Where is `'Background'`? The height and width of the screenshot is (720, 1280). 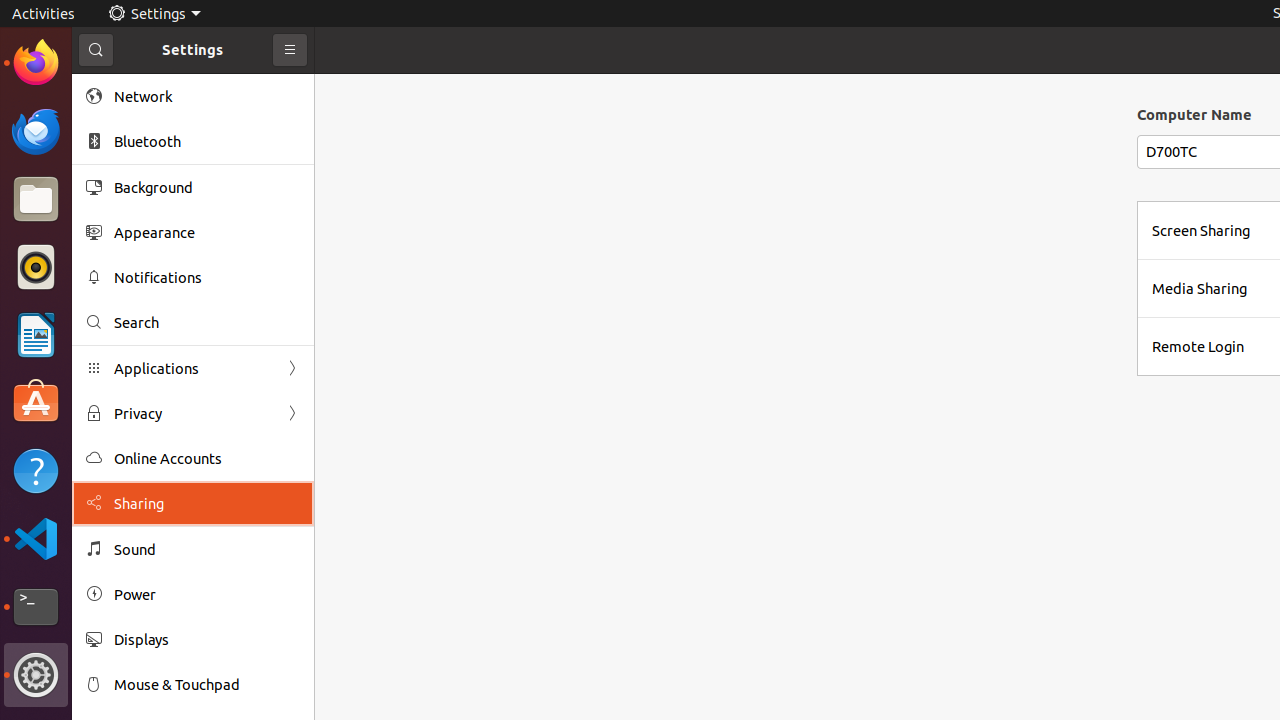
'Background' is located at coordinates (206, 187).